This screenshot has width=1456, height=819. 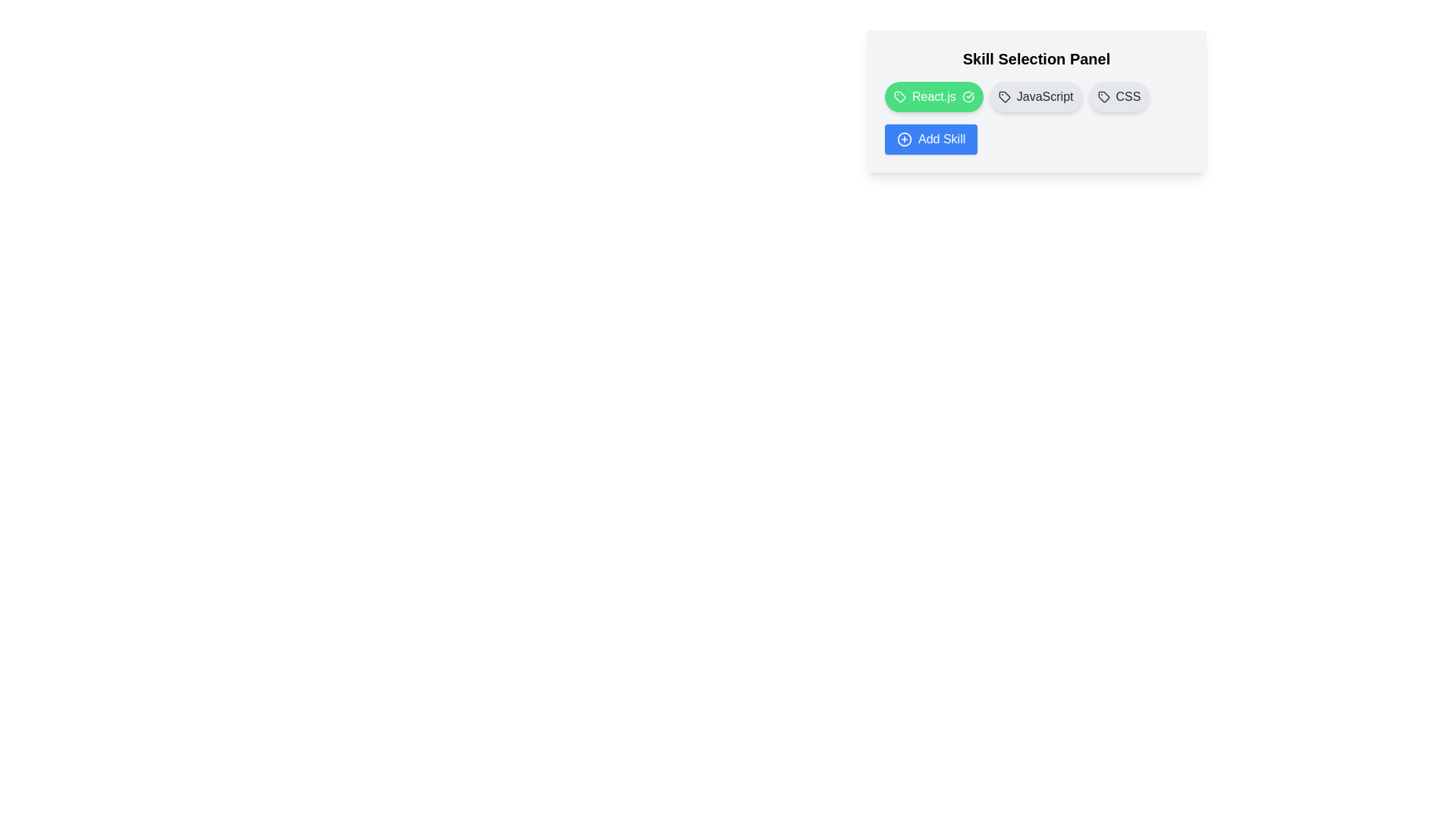 I want to click on the decorative icon located on the left side of the 'Add Skill' button, which symbolizes the action of adding a new skill, so click(x=905, y=140).